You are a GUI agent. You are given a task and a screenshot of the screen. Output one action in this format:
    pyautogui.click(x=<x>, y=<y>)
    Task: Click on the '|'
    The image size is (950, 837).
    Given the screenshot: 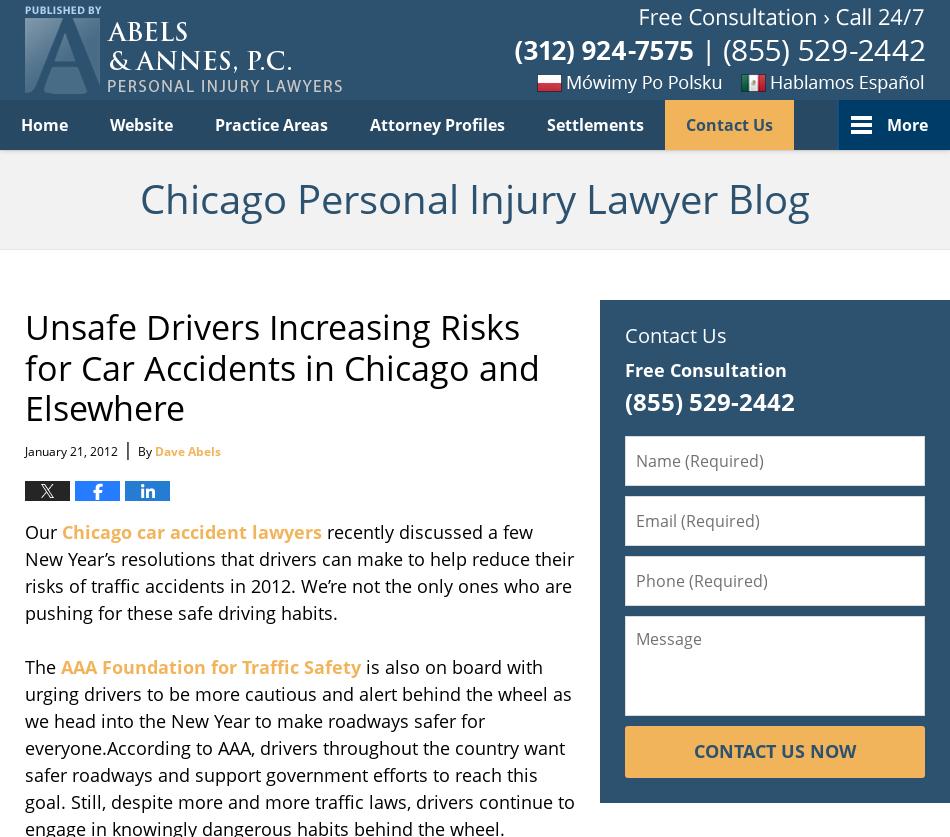 What is the action you would take?
    pyautogui.click(x=127, y=446)
    